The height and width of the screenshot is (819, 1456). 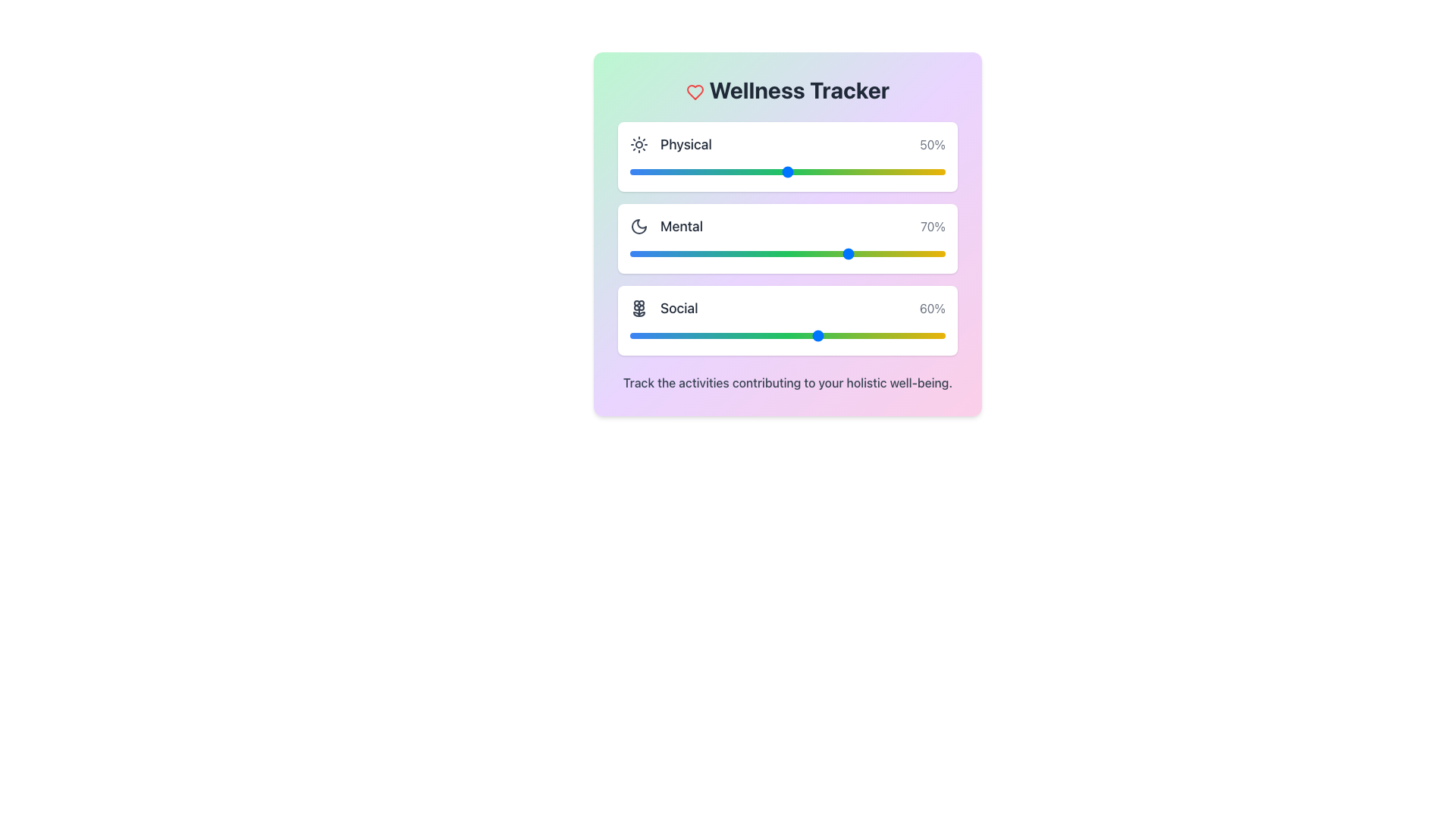 I want to click on the social well-being percentage, so click(x=895, y=335).